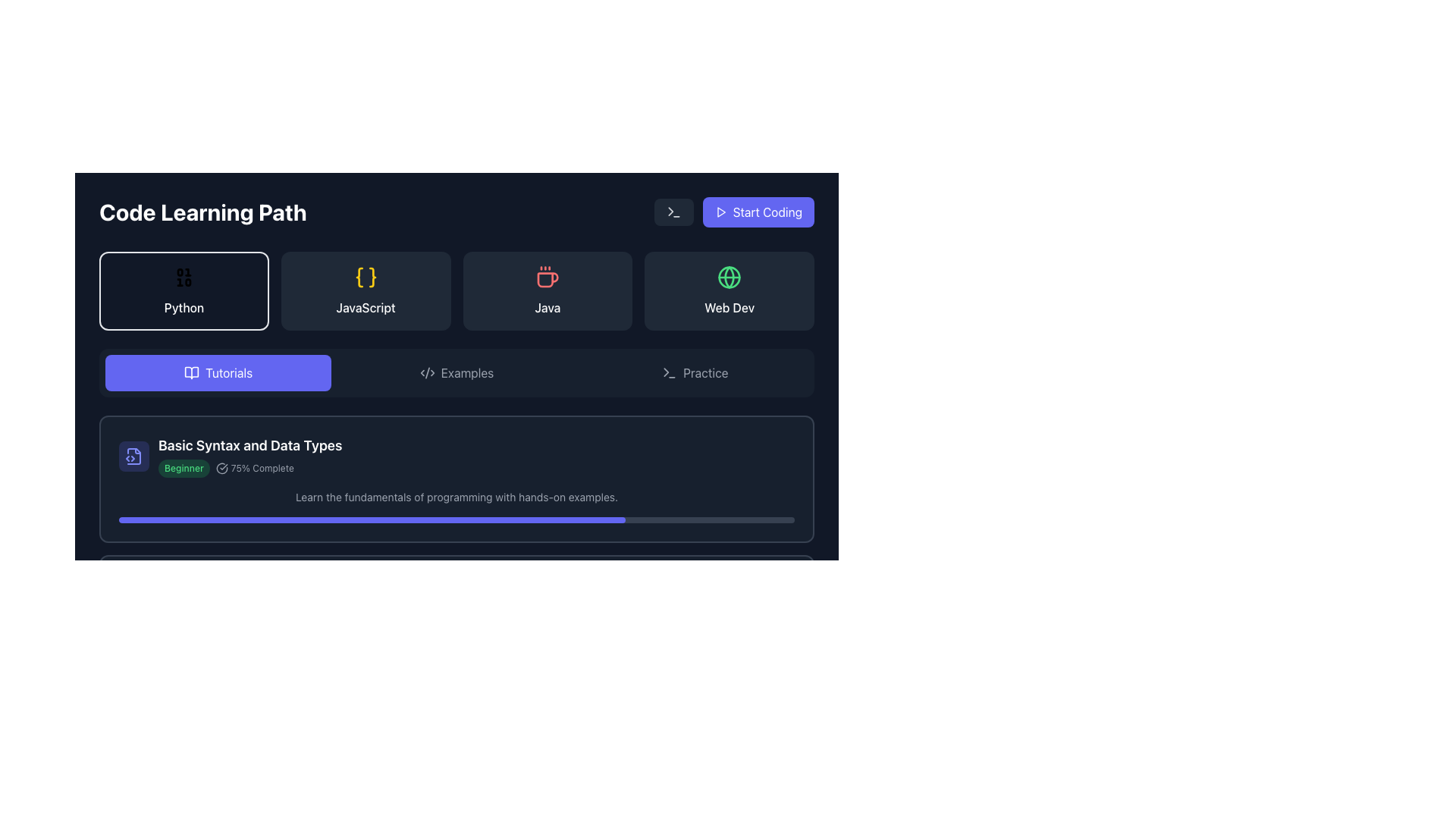 Image resolution: width=1456 pixels, height=819 pixels. What do you see at coordinates (720, 212) in the screenshot?
I see `the triangular play icon located in the upper-right quadrant of the interface to initiate an action` at bounding box center [720, 212].